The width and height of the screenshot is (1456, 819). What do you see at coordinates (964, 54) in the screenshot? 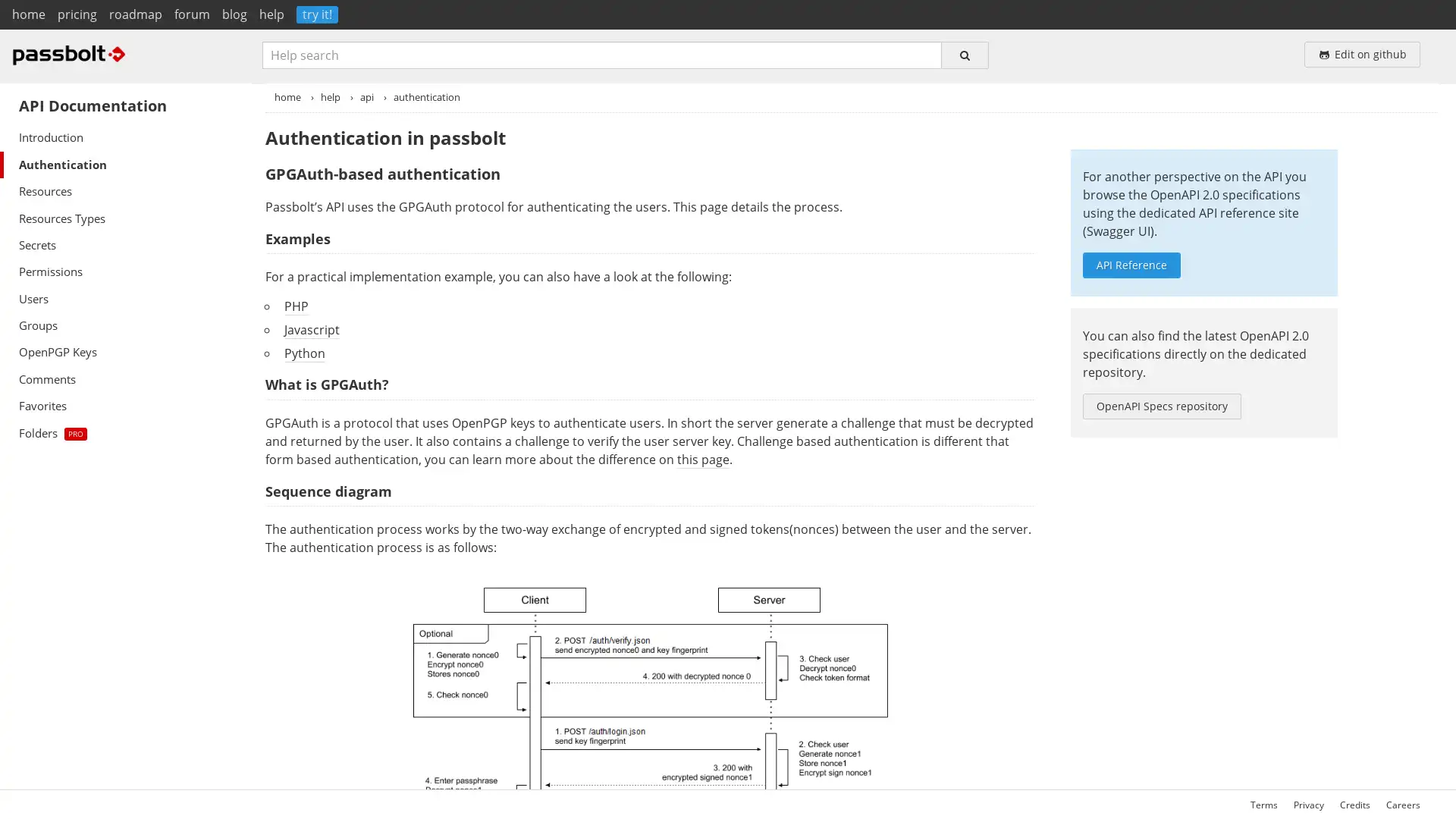
I see `search` at bounding box center [964, 54].